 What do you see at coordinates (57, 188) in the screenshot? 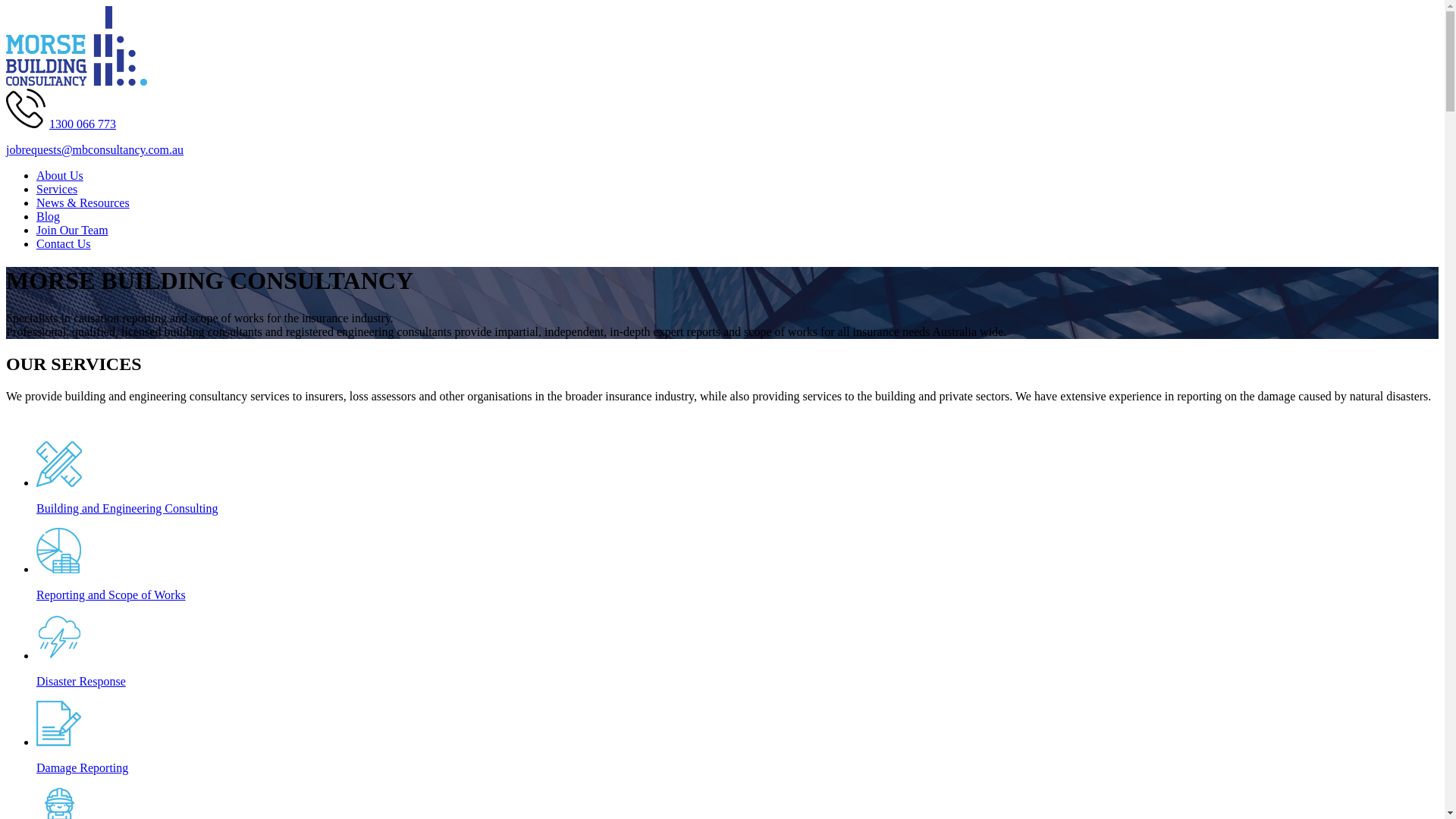
I see `'Services'` at bounding box center [57, 188].